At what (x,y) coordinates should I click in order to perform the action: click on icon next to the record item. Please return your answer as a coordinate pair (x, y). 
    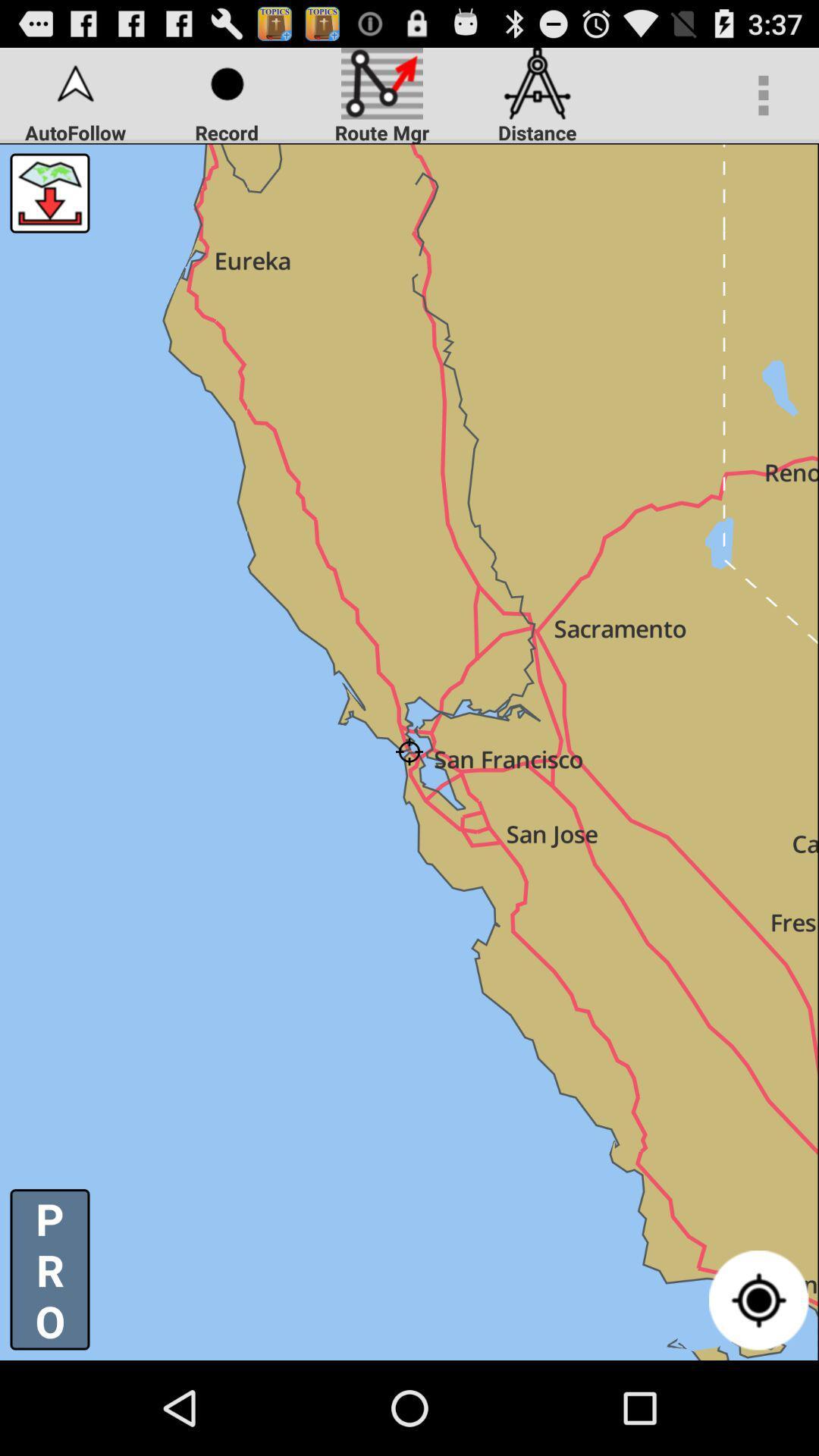
    Looking at the image, I should click on (49, 192).